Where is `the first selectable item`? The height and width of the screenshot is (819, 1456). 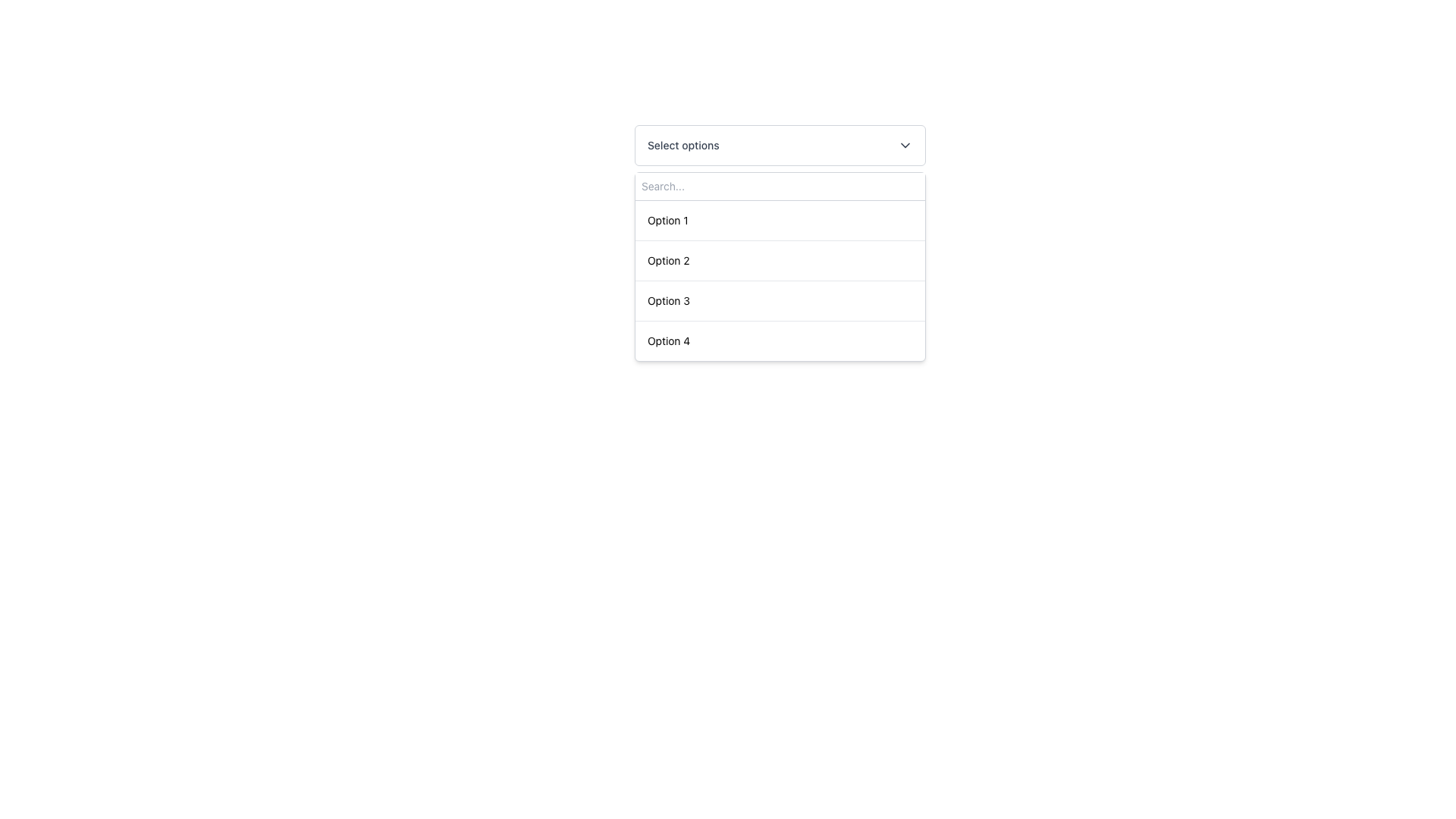
the first selectable item is located at coordinates (780, 220).